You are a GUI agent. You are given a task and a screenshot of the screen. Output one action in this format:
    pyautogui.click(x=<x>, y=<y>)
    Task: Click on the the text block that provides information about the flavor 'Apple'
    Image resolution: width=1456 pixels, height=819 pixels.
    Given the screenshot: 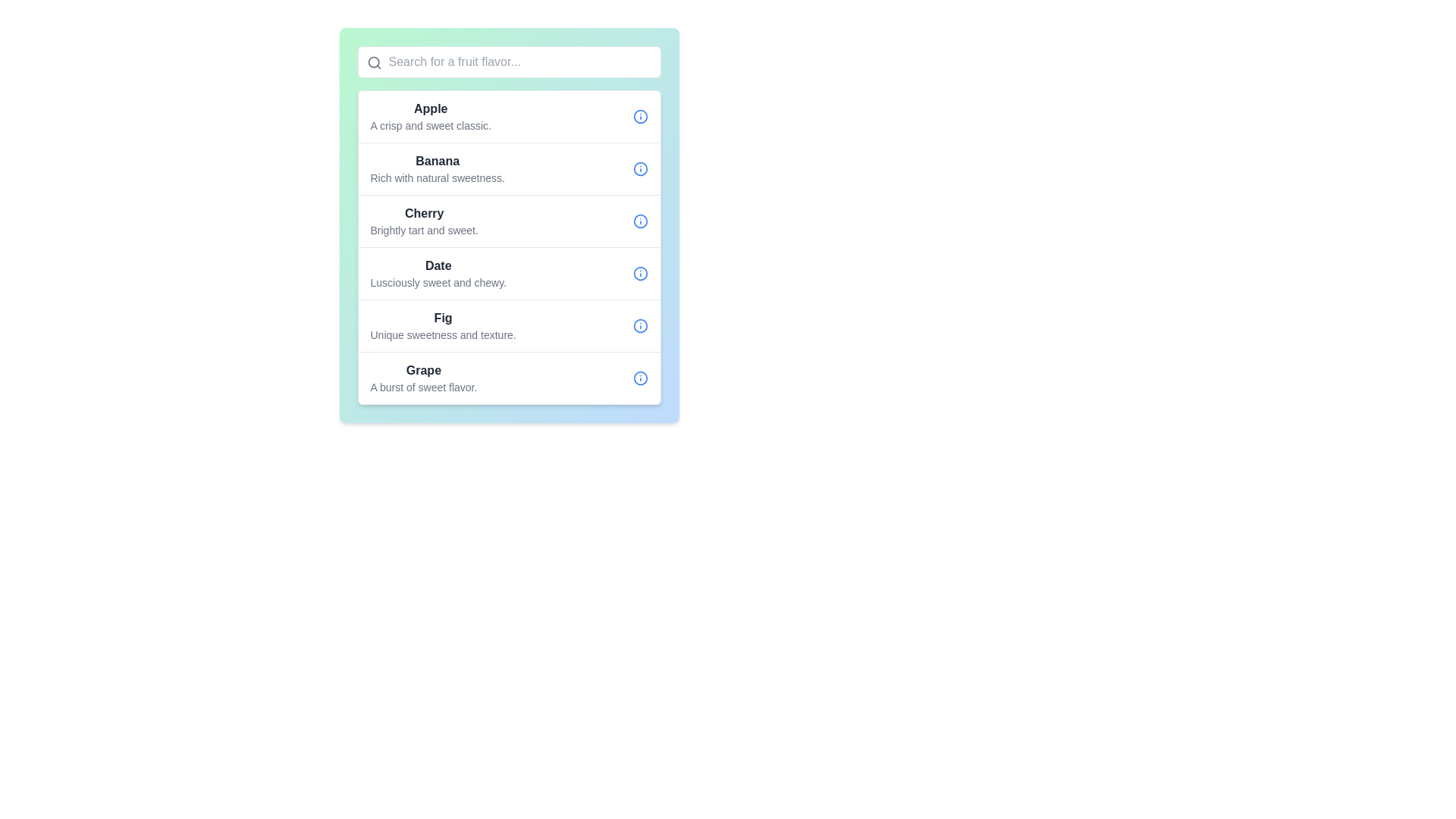 What is the action you would take?
    pyautogui.click(x=430, y=116)
    